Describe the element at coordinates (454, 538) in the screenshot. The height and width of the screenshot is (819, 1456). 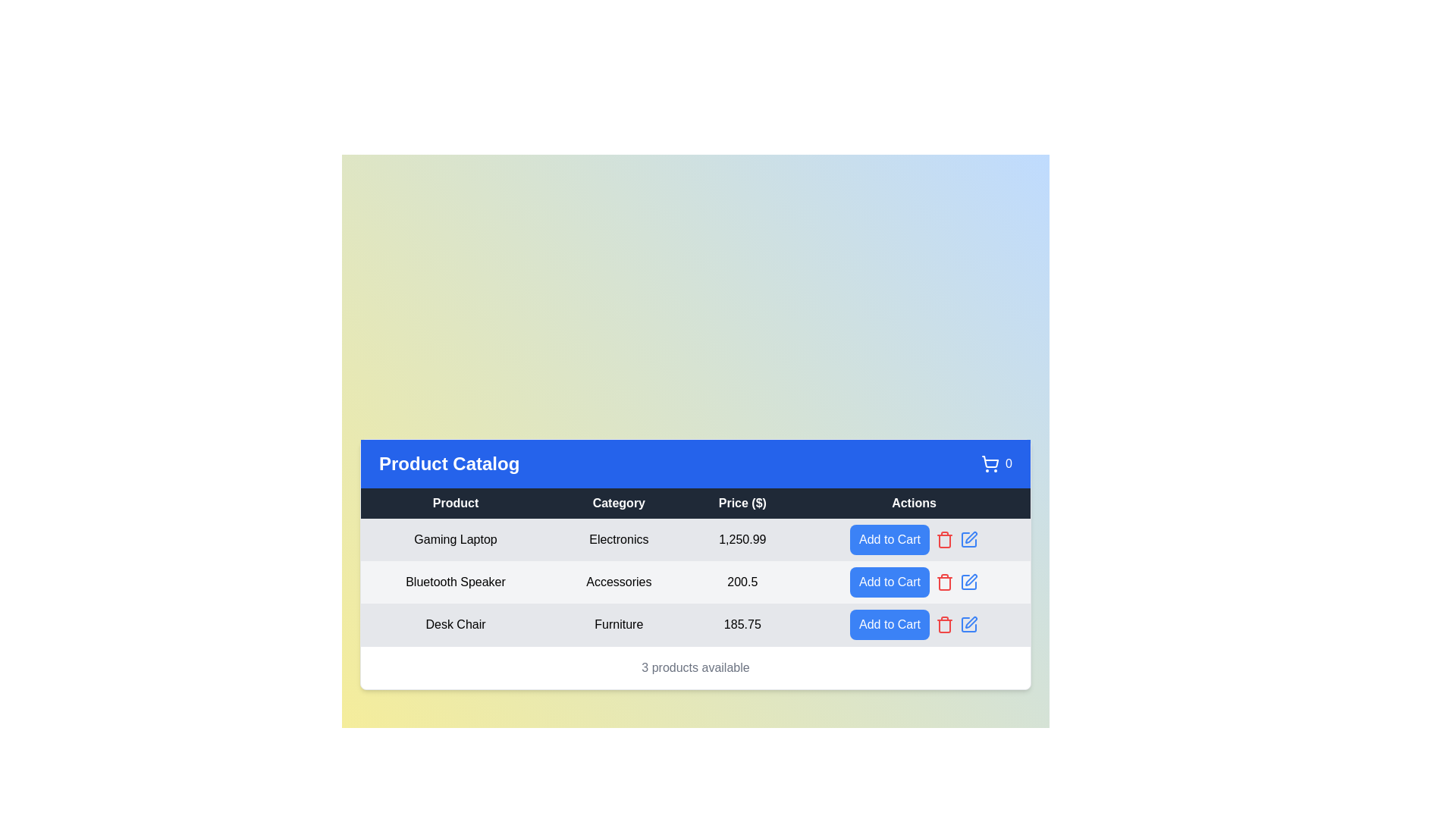
I see `the 'Gaming Laptop' text label, which is displayed in a black font on a light gray background, located in the first column of the product table under the 'Product' header` at that location.